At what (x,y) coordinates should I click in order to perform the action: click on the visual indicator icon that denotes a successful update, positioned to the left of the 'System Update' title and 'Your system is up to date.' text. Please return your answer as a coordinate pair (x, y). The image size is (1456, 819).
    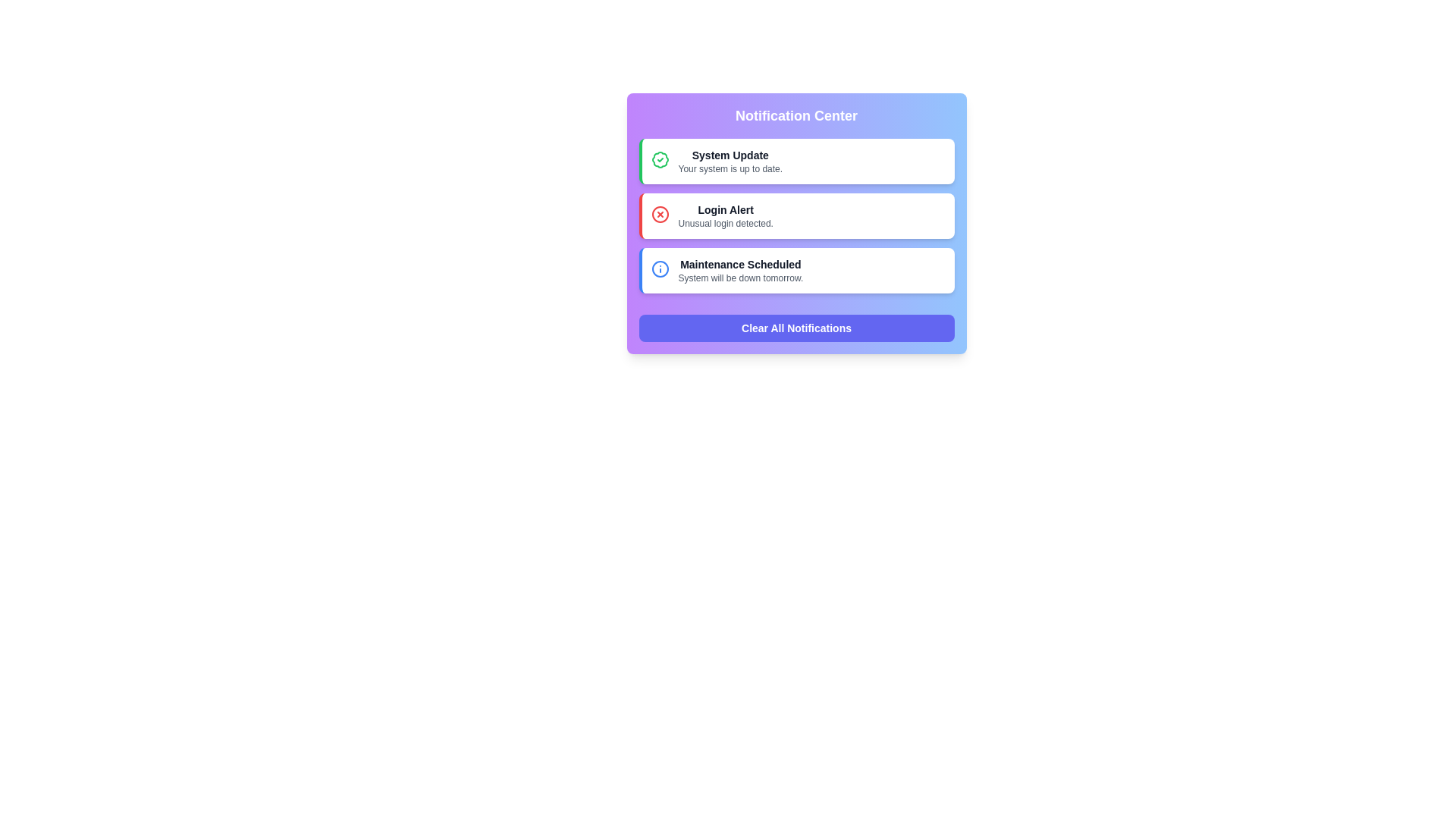
    Looking at the image, I should click on (660, 163).